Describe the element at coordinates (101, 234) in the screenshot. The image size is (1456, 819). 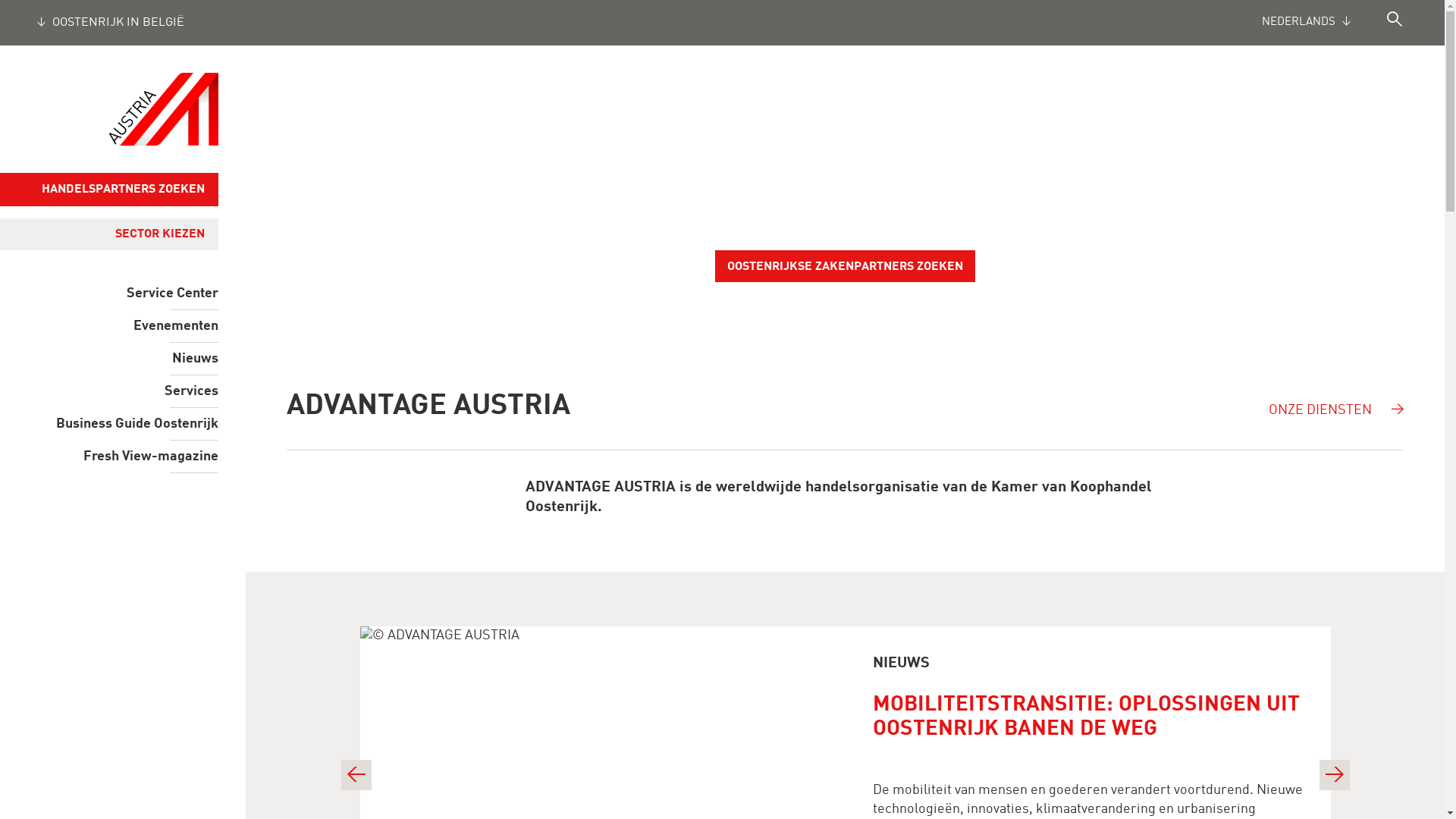
I see `'SECTOR KIEZEN'` at that location.